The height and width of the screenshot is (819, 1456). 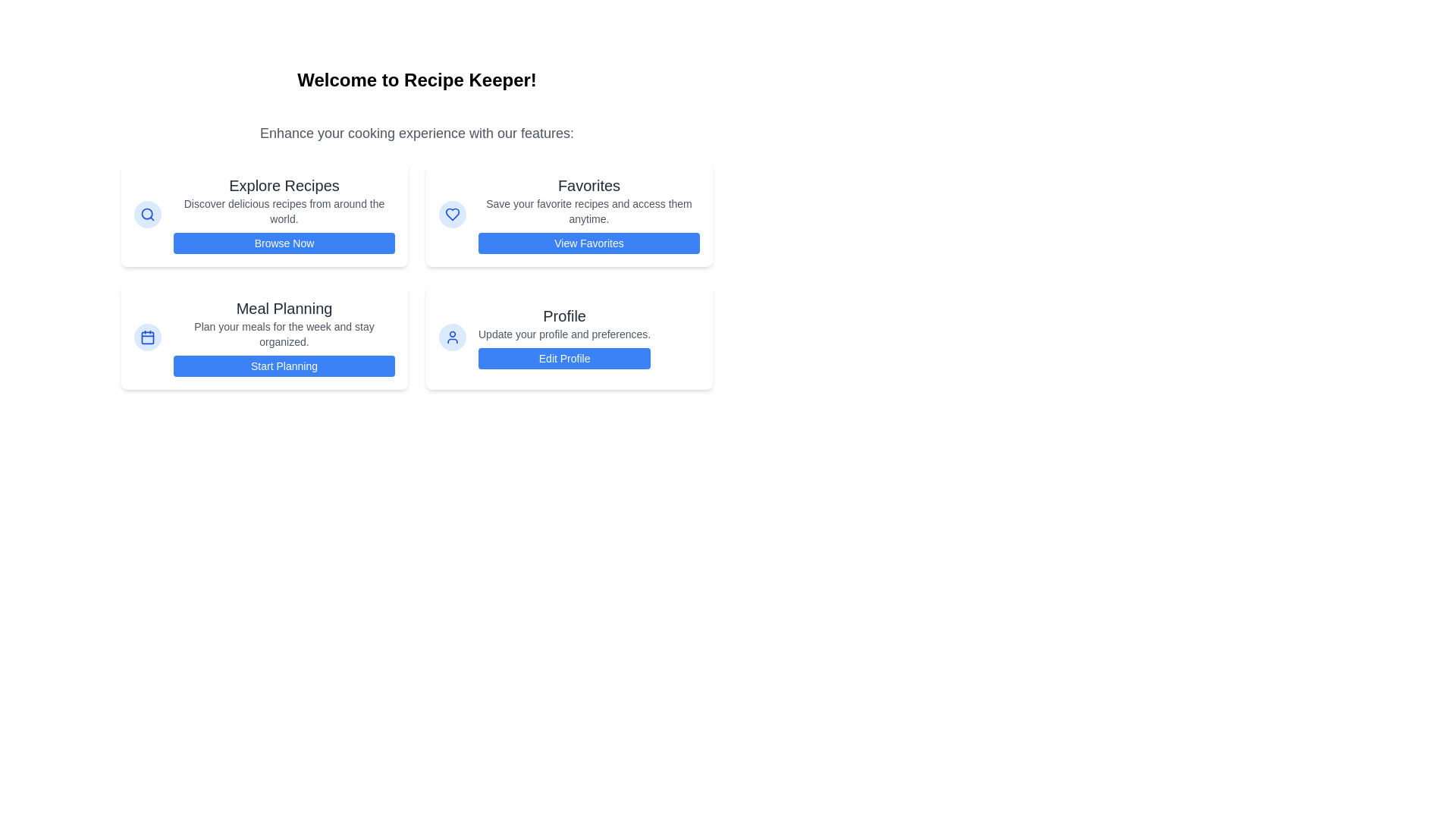 I want to click on the small circular blue icon with a calendar symbol located in the 'Meal Planning' section, positioned above the 'Start Planning' button, so click(x=148, y=336).